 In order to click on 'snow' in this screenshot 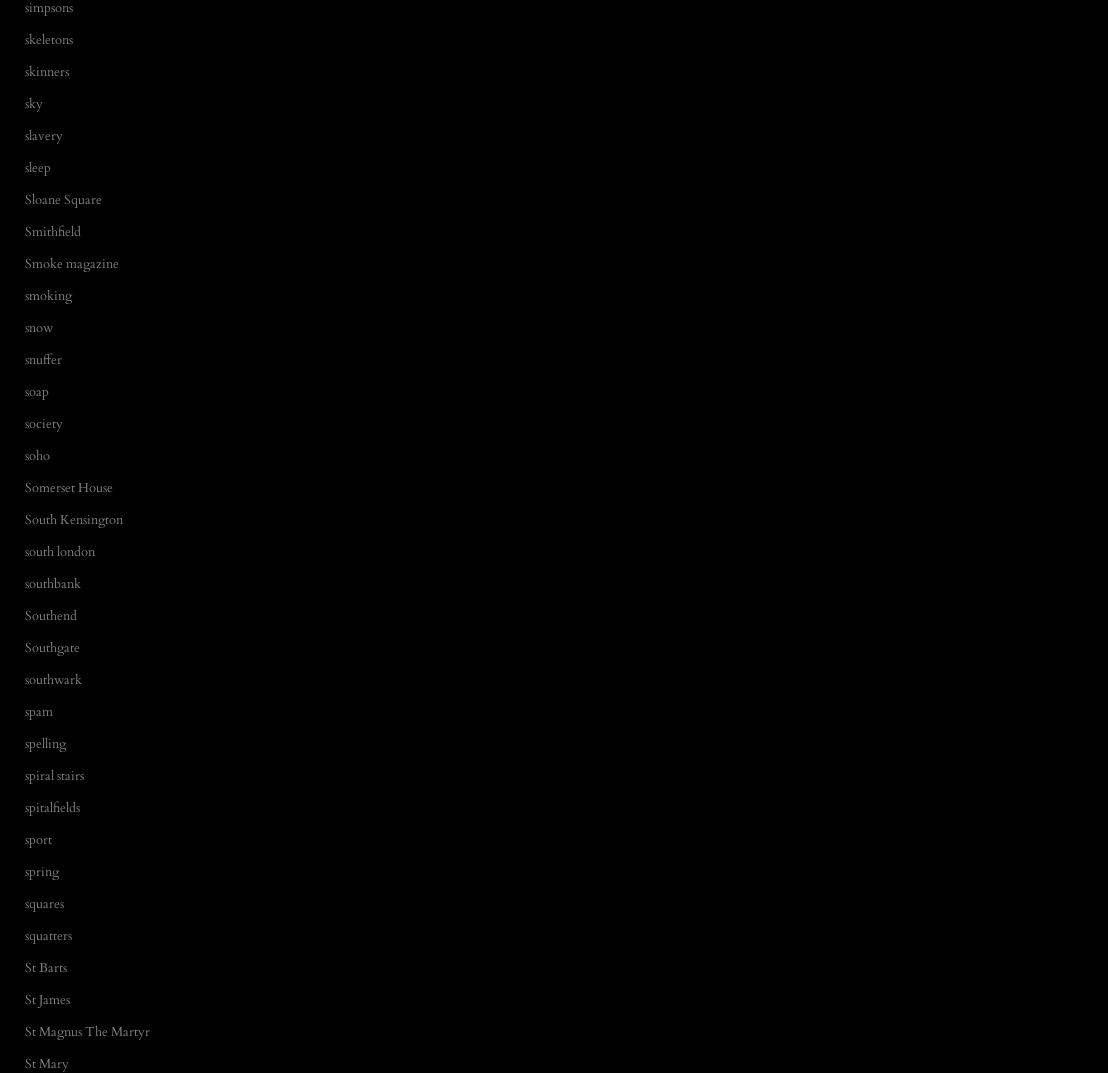, I will do `click(39, 327)`.